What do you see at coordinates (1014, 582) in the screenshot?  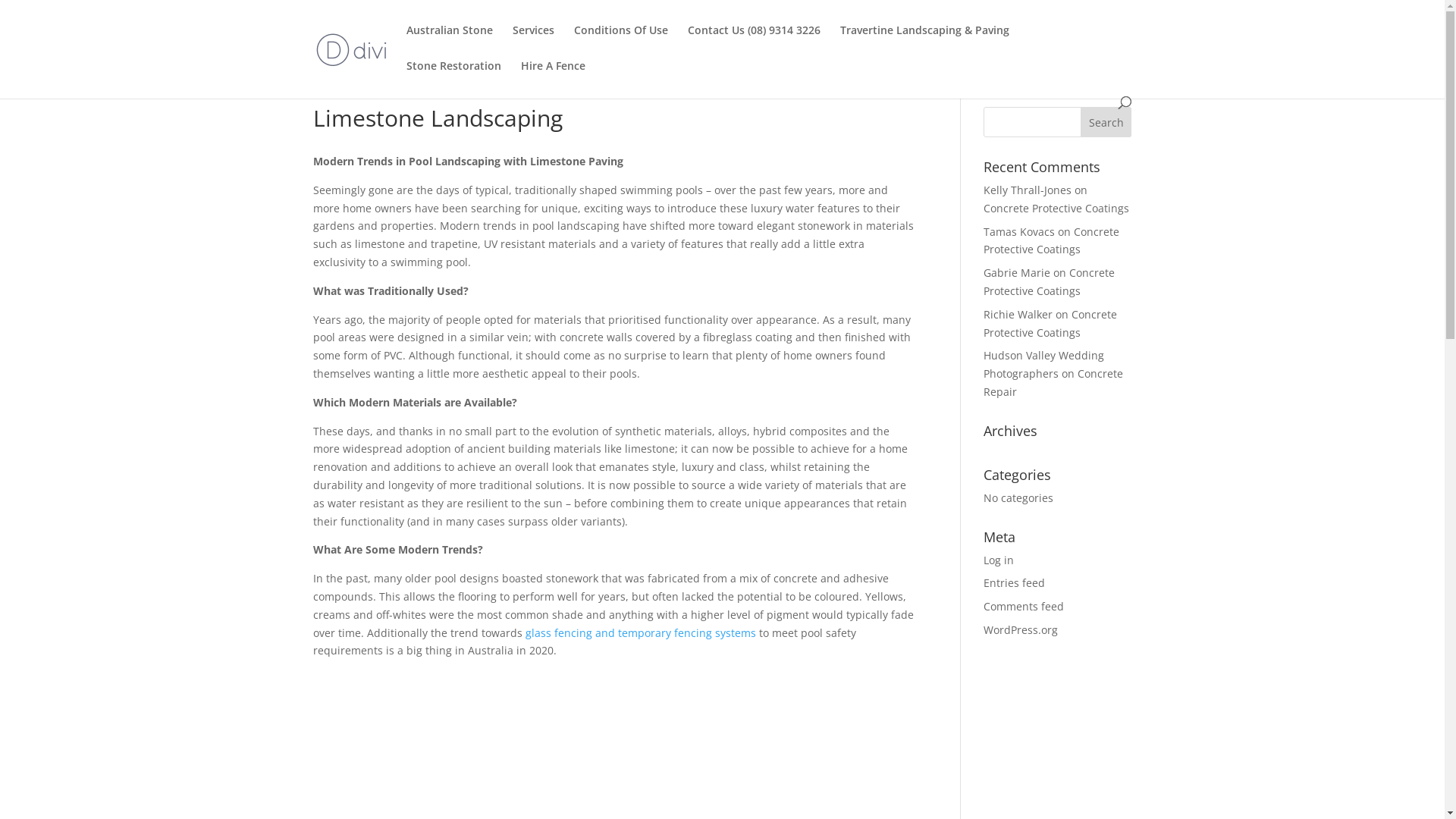 I see `'Entries feed'` at bounding box center [1014, 582].